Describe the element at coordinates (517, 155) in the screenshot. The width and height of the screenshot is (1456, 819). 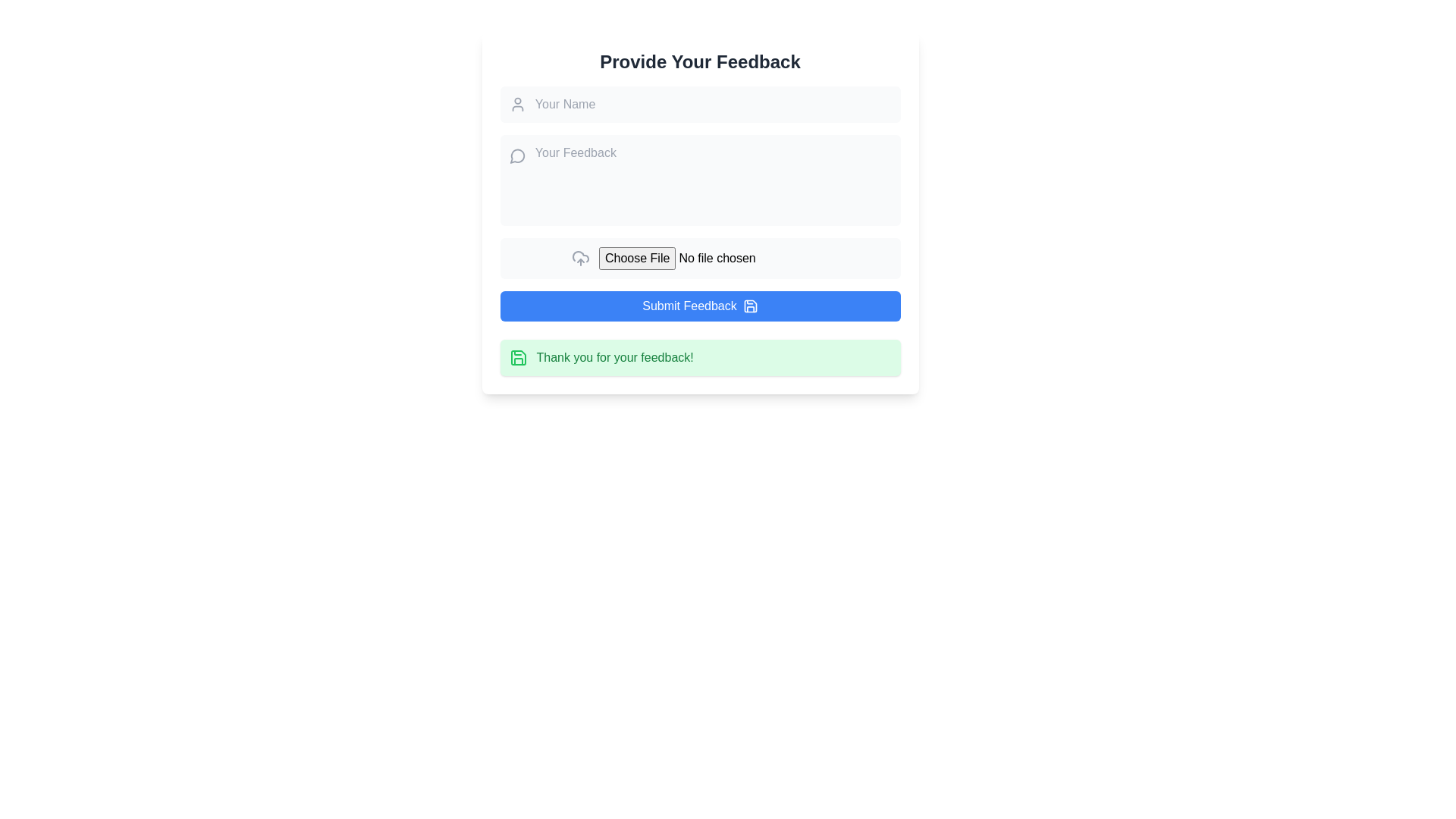
I see `the icon located to the left of the feedback text area, adjacent to the placeholder text 'Your Feedback'` at that location.